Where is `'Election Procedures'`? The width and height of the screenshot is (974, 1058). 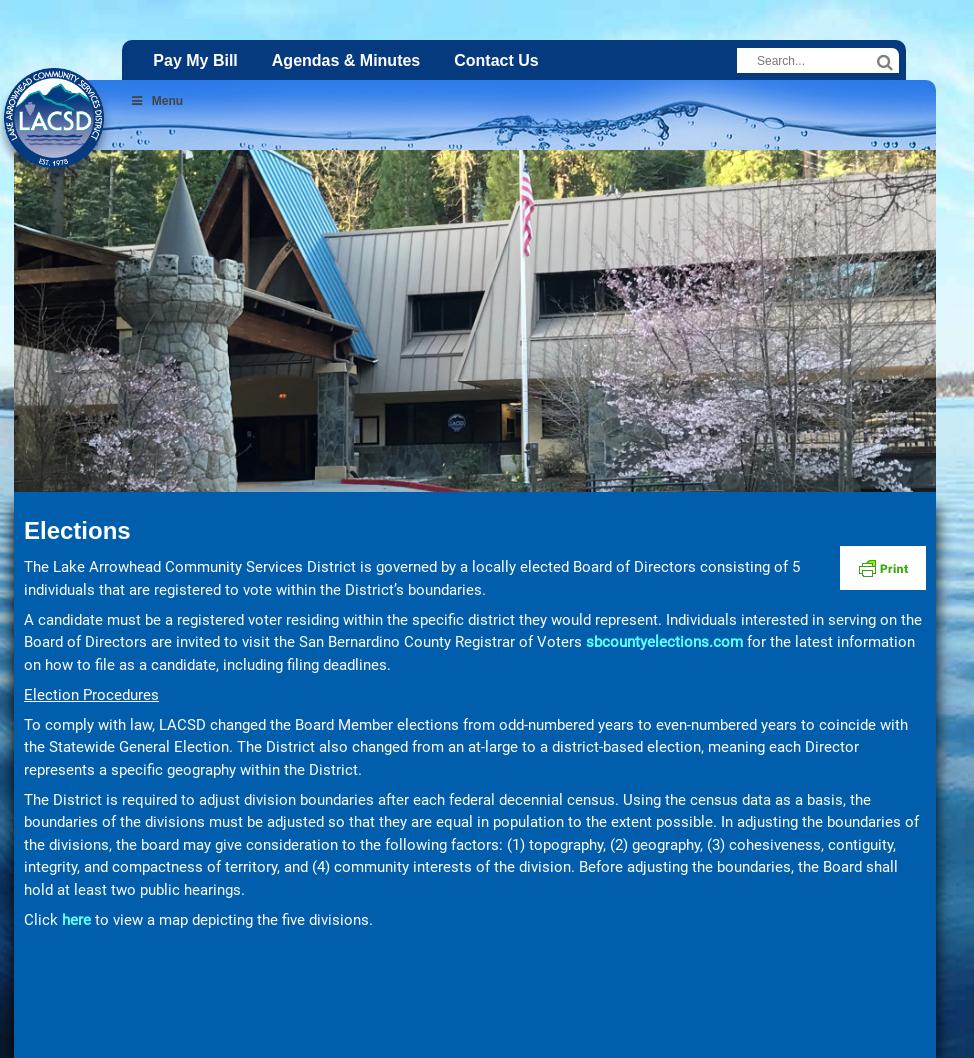
'Election Procedures' is located at coordinates (23, 693).